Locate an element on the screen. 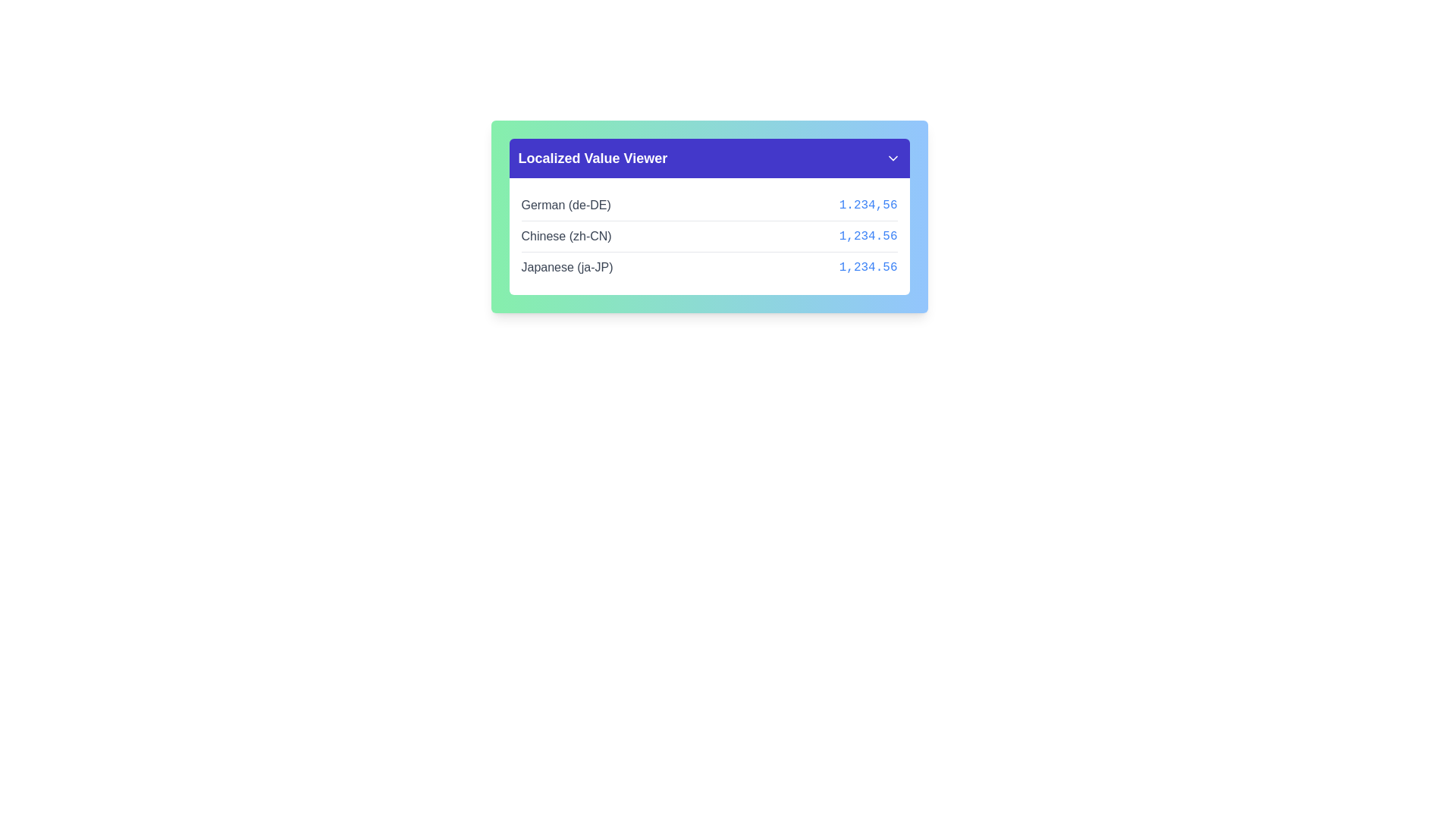 Image resolution: width=1456 pixels, height=819 pixels. the small, downward-pointing chevron icon styled in white color on a purple background located in the top-right corner of the purple header area of the 'Localized Value Viewer' panel is located at coordinates (893, 158).